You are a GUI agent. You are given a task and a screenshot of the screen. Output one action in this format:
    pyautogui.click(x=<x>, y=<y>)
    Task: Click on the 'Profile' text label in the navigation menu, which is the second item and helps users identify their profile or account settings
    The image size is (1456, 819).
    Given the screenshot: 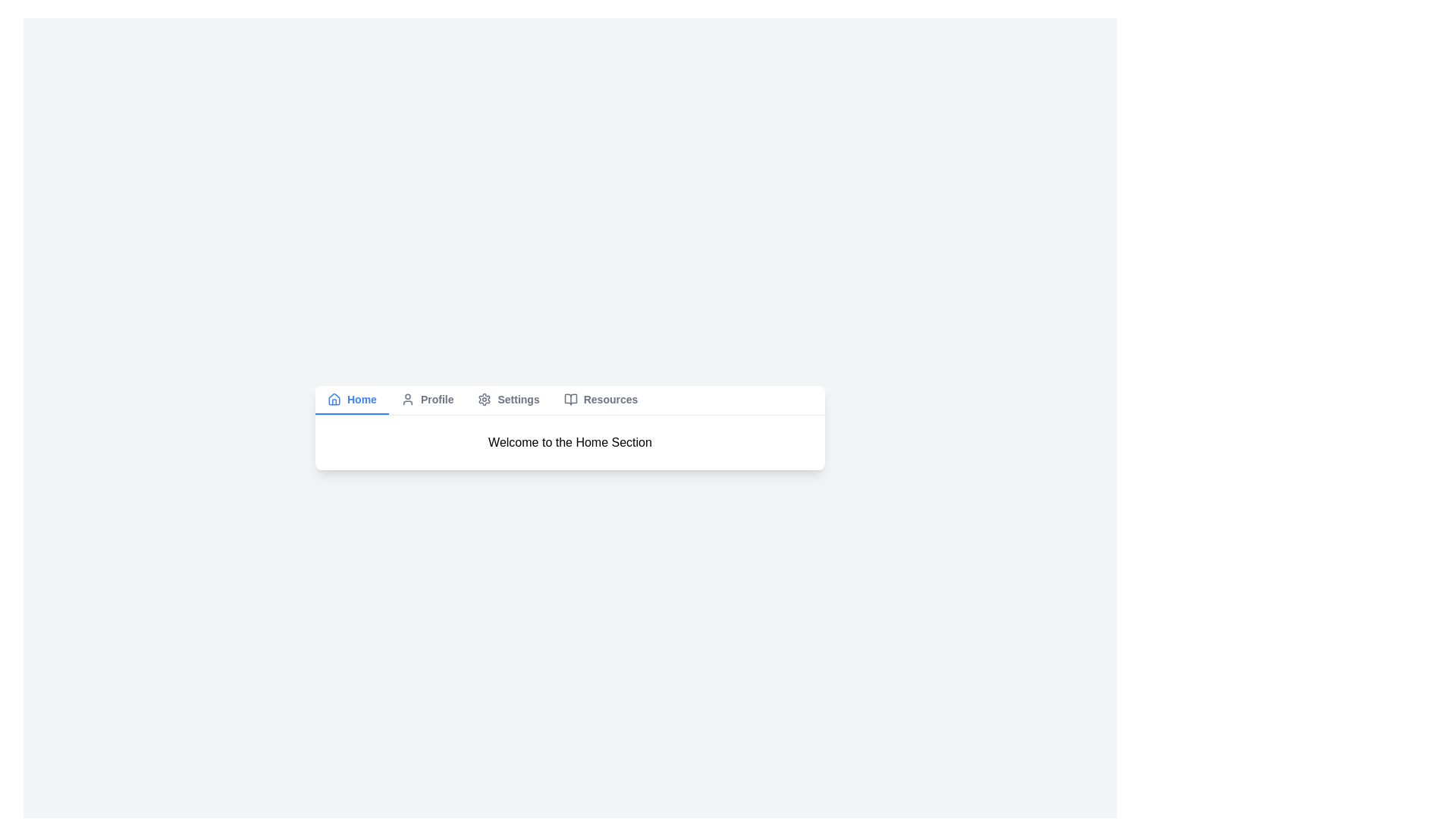 What is the action you would take?
    pyautogui.click(x=426, y=398)
    